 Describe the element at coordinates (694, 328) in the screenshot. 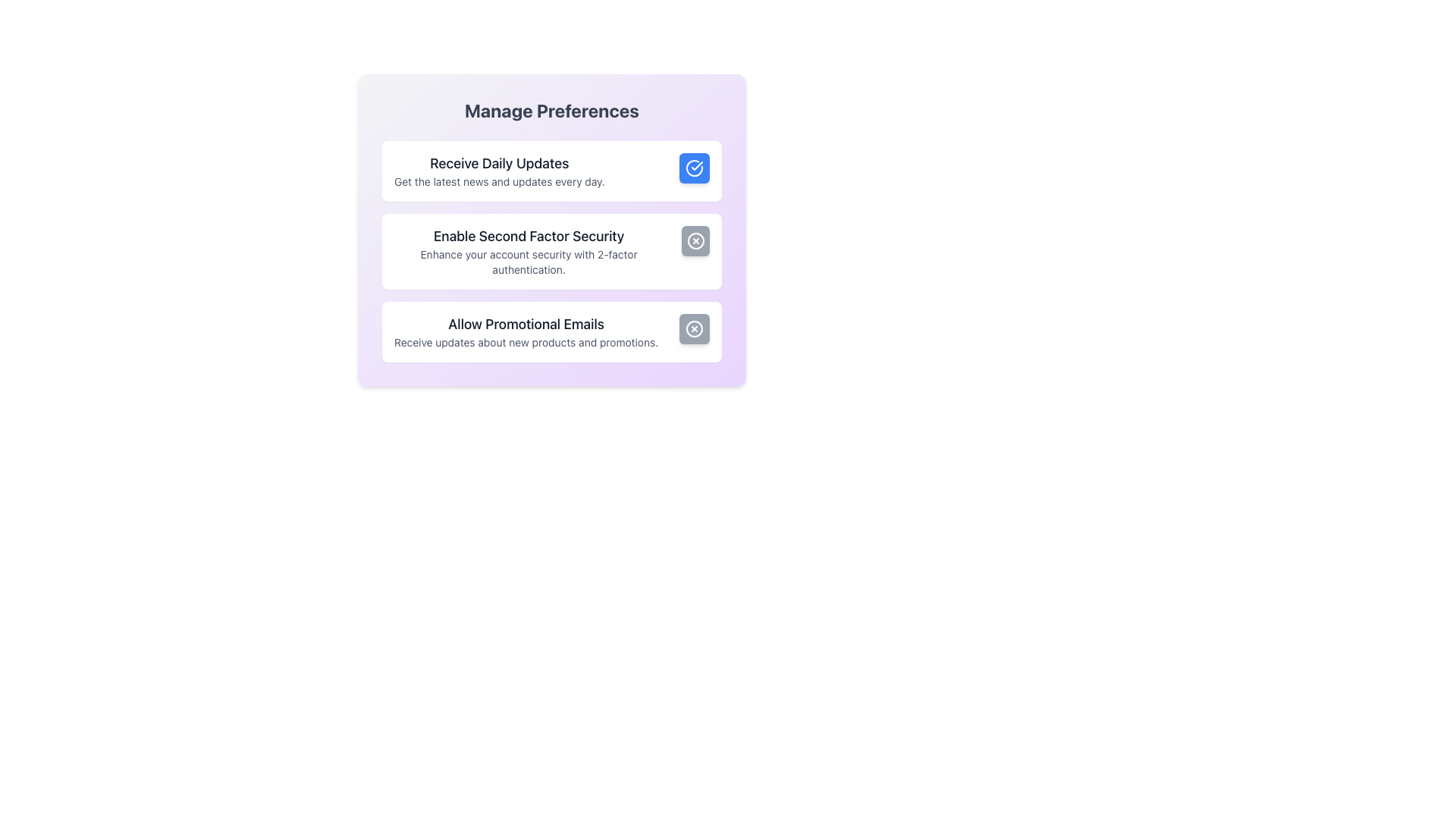

I see `the Decorative SVG icon associated with the 'Allow Promotional Emails' setting, located on the right-hand side of the third entry in the list` at that location.